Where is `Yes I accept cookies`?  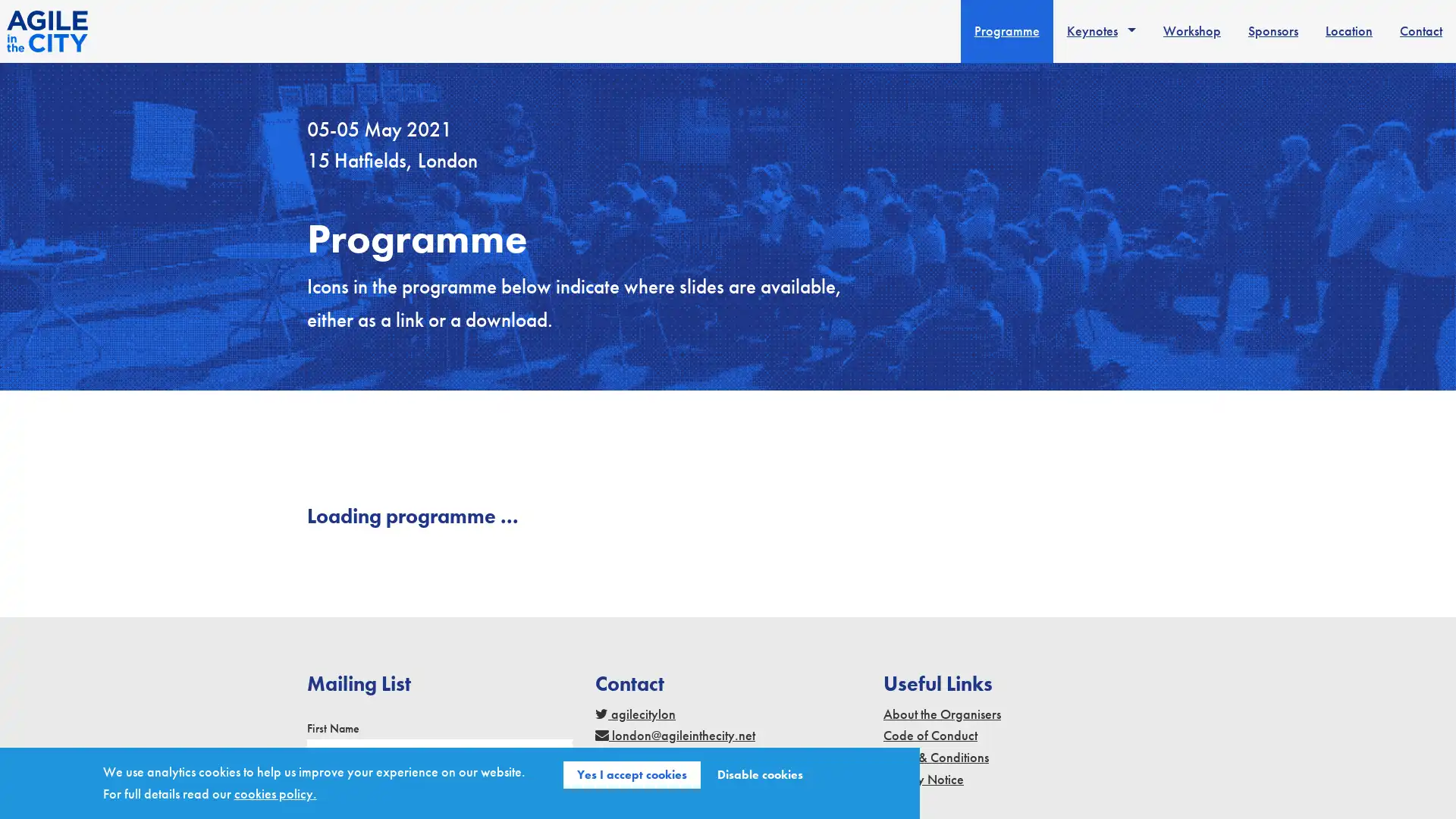
Yes I accept cookies is located at coordinates (632, 775).